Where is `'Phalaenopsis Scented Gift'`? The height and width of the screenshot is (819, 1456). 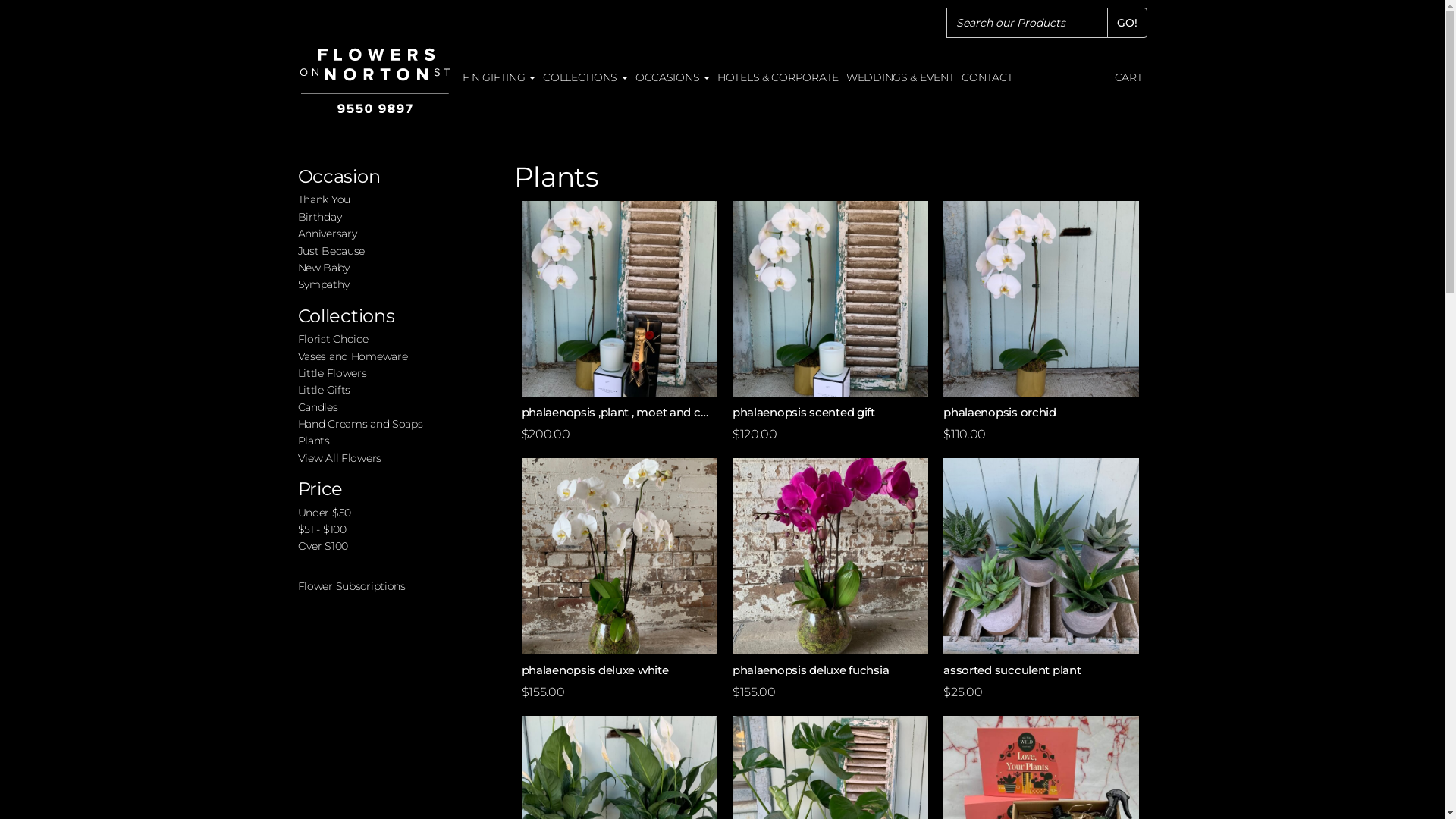
'Phalaenopsis Scented Gift' is located at coordinates (732, 298).